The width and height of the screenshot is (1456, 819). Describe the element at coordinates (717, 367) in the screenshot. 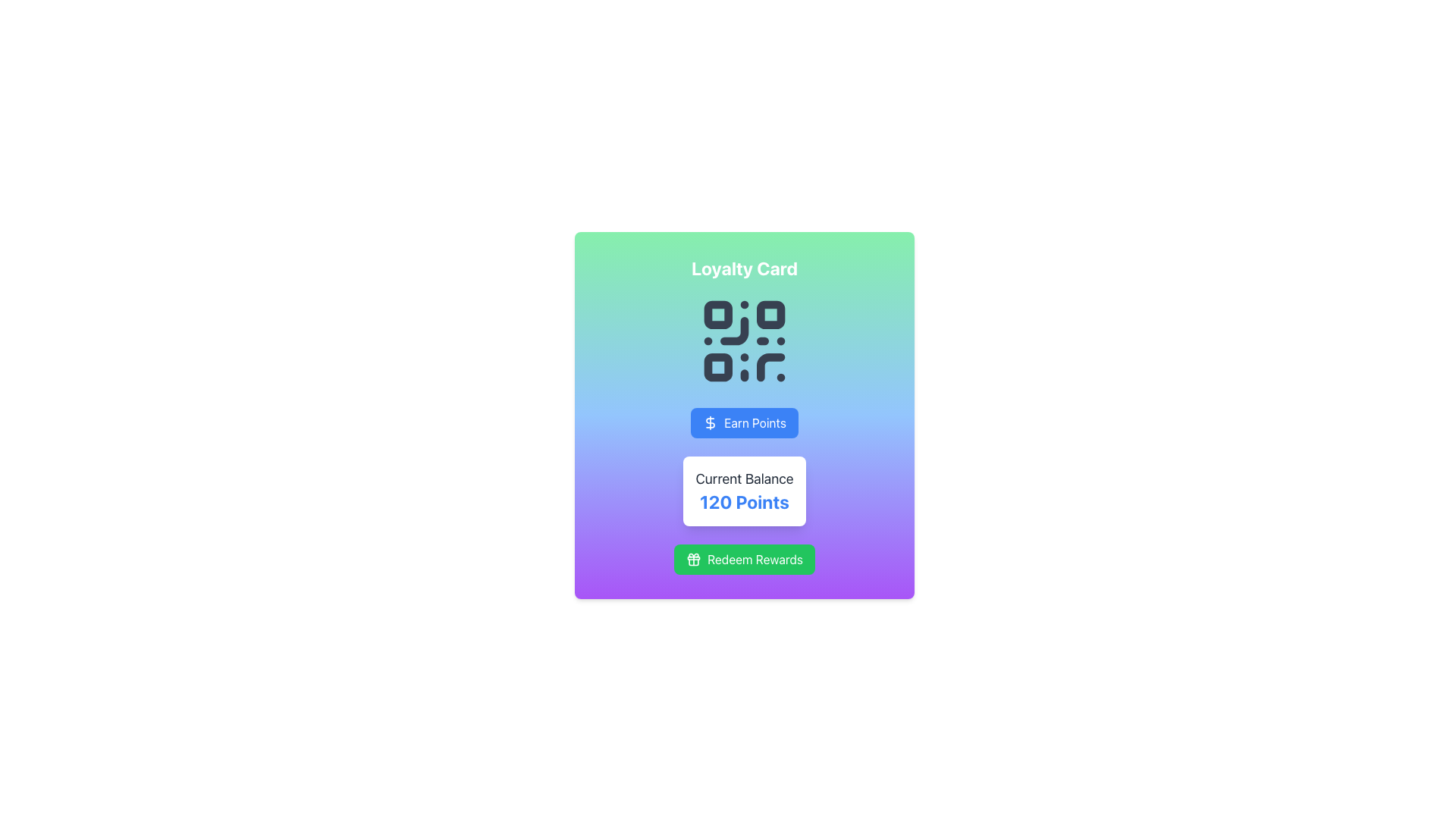

I see `the small, square-shaped glyph with rounded corners located at the bottom-left corner of the QR code area, which is the third square glyph in the grid-like arrangement` at that location.